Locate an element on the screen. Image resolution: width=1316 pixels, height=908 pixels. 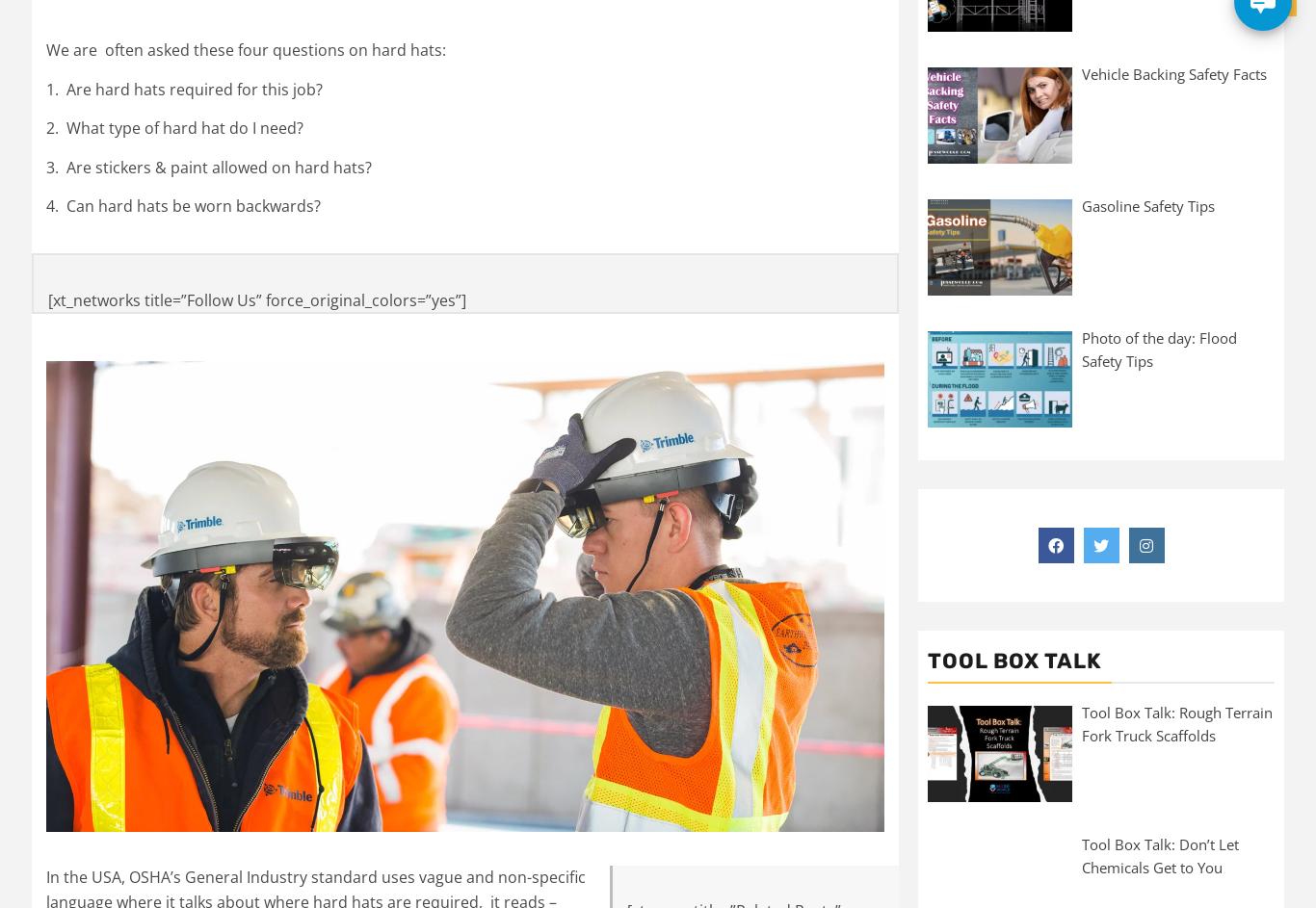
'Tool Box Talk: Rough Terrain Fork Truck Scaffolds' is located at coordinates (1177, 724).